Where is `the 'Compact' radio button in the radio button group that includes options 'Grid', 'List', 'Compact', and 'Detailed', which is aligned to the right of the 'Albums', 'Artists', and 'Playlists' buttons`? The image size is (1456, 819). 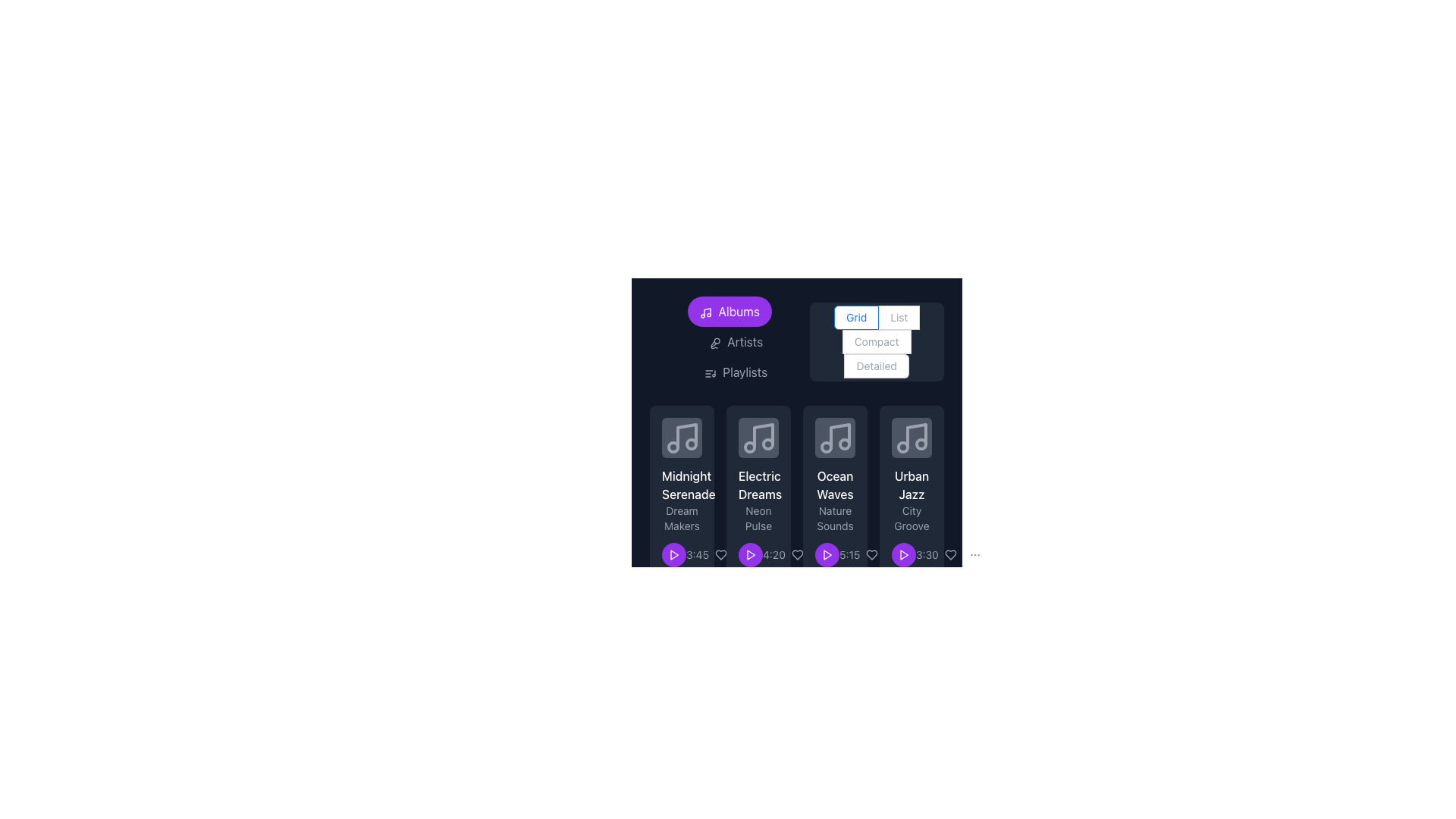
the 'Compact' radio button in the radio button group that includes options 'Grid', 'List', 'Compact', and 'Detailed', which is aligned to the right of the 'Albums', 'Artists', and 'Playlists' buttons is located at coordinates (877, 342).